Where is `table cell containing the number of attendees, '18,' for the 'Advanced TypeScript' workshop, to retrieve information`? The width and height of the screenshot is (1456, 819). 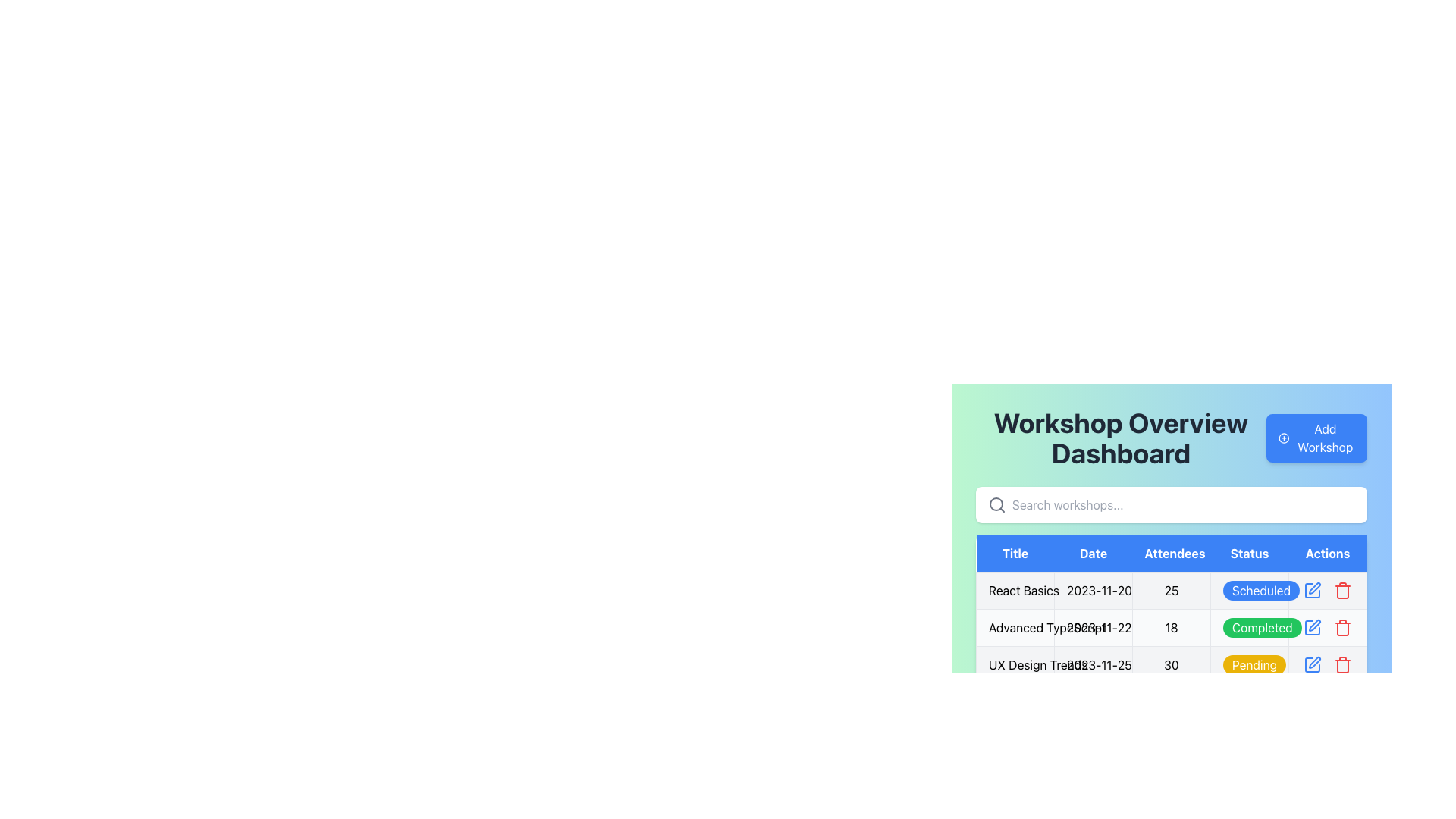
table cell containing the number of attendees, '18,' for the 'Advanced TypeScript' workshop, to retrieve information is located at coordinates (1171, 628).